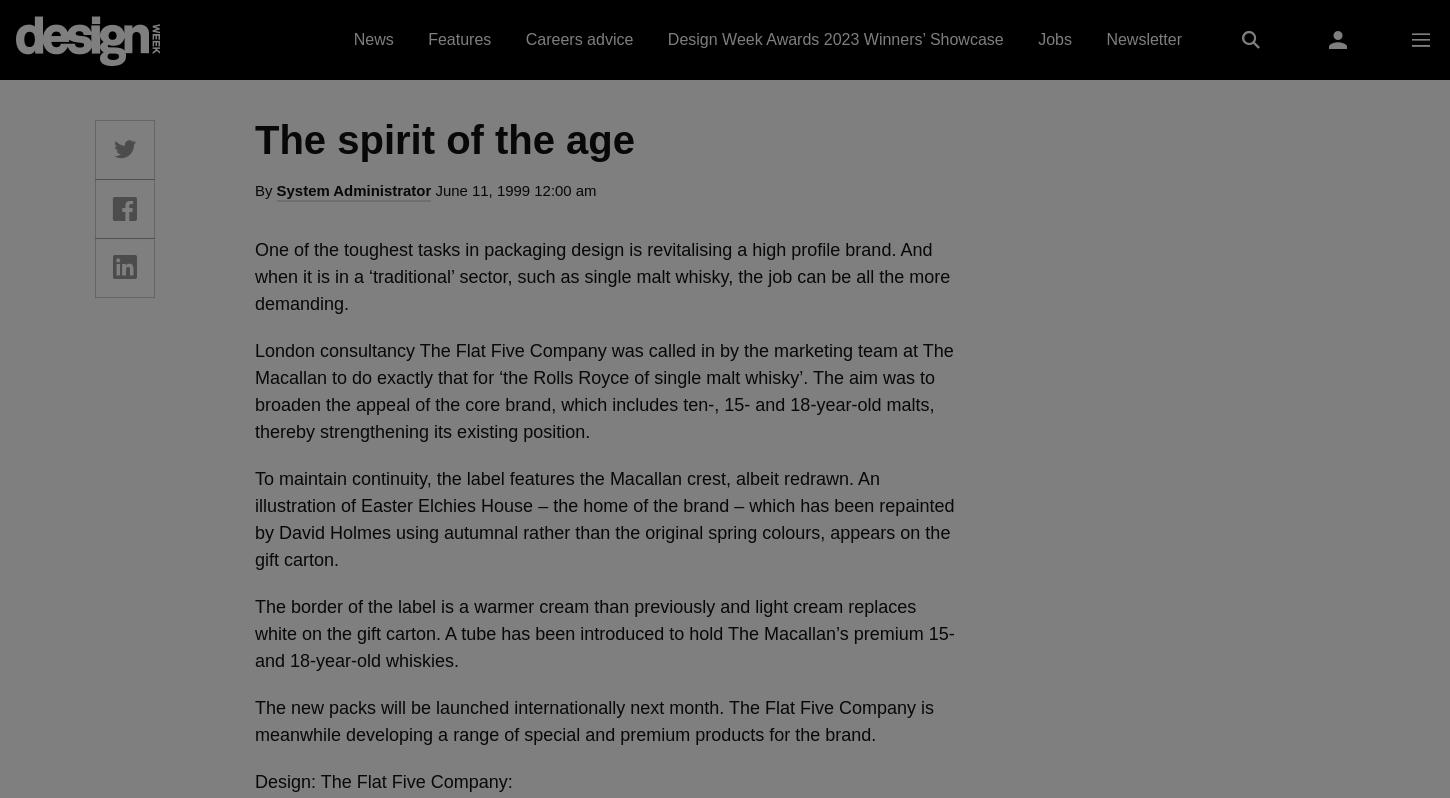 The height and width of the screenshot is (798, 1450). I want to click on 'Design: The Flat Five Company:', so click(382, 781).